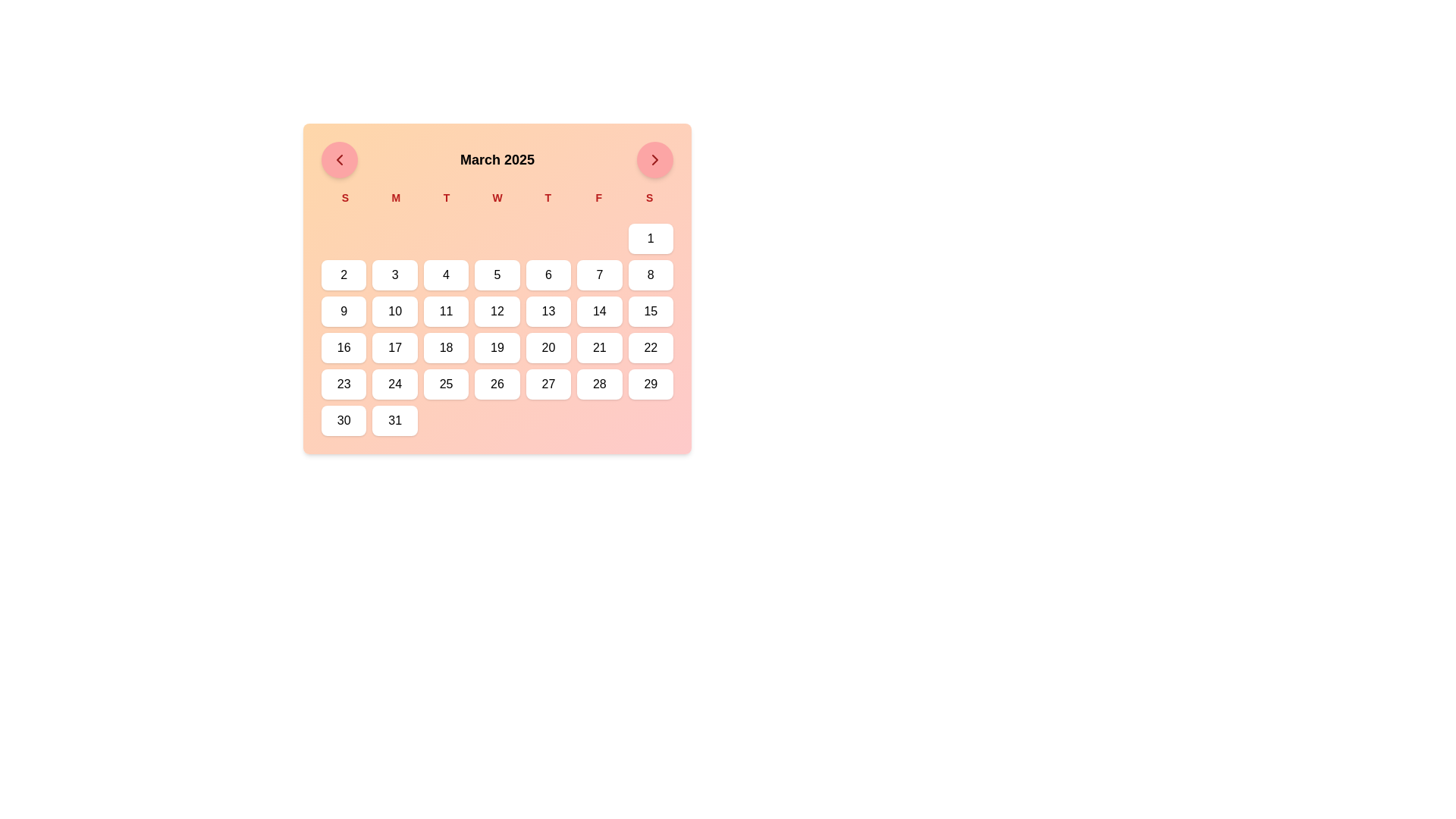 The width and height of the screenshot is (1456, 819). I want to click on the button representing the date '16' in the calendar interface, so click(343, 348).